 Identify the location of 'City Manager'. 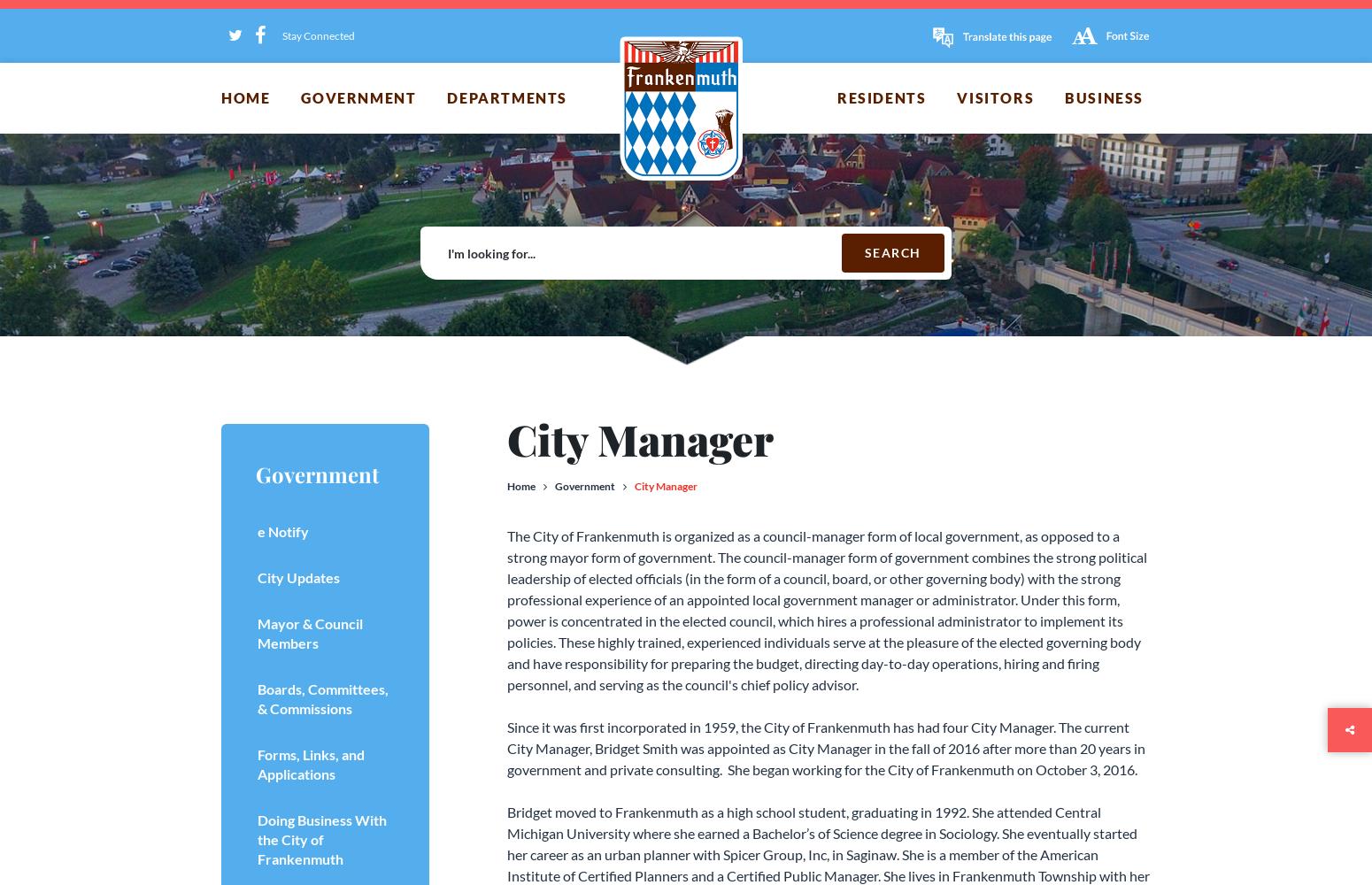
(640, 438).